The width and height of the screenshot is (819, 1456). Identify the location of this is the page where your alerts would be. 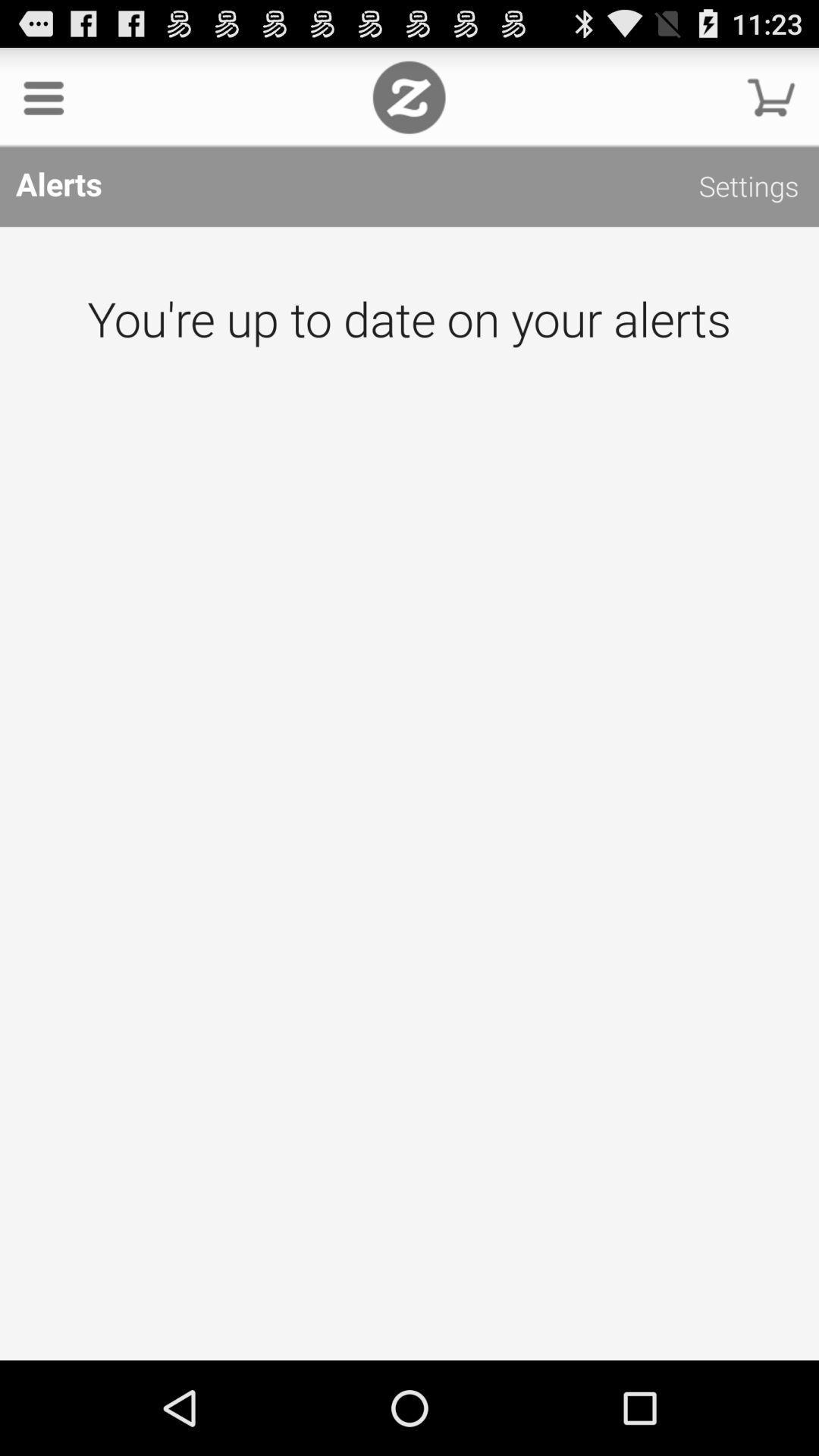
(409, 792).